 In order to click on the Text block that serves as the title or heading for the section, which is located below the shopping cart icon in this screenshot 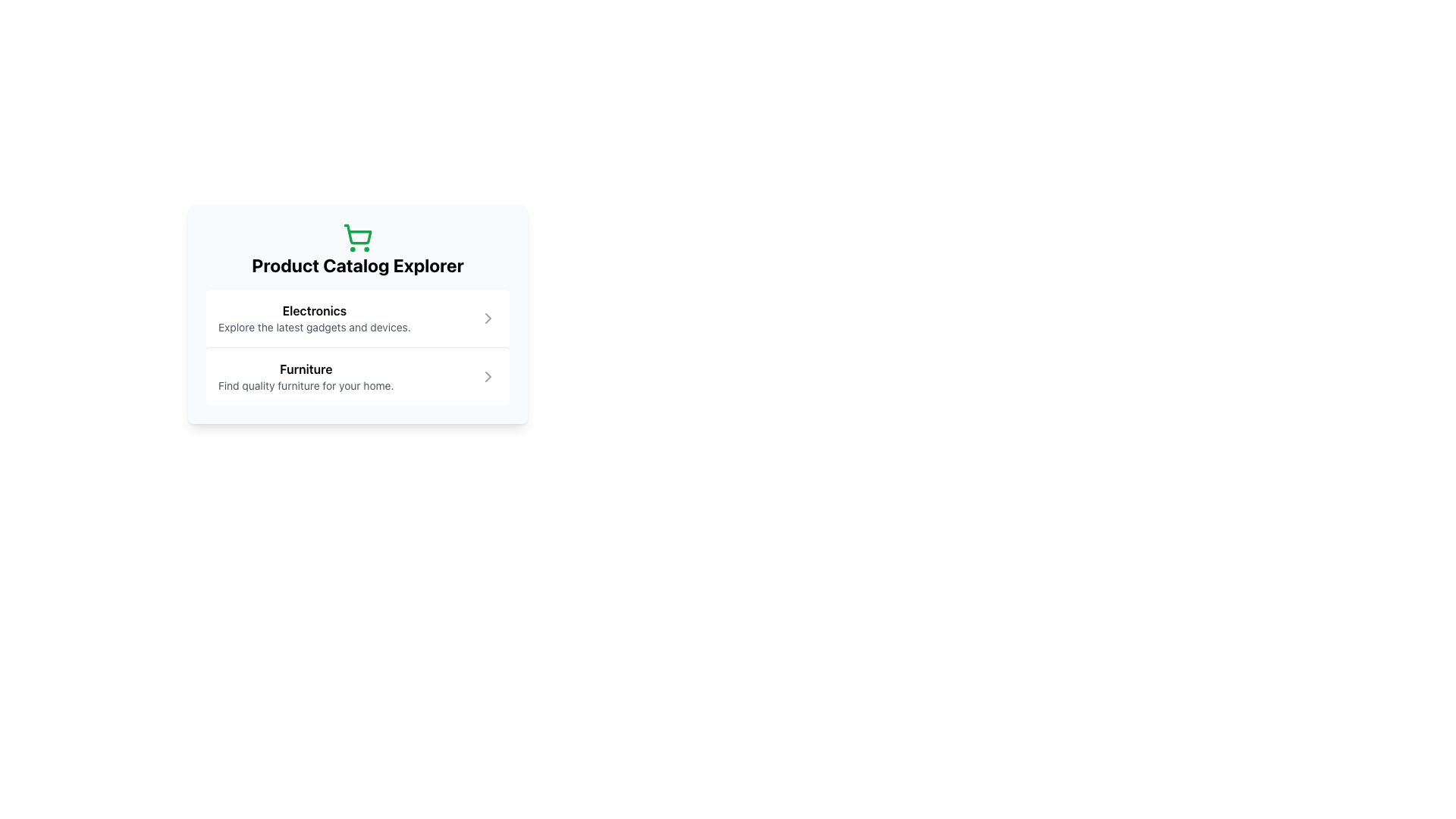, I will do `click(356, 265)`.